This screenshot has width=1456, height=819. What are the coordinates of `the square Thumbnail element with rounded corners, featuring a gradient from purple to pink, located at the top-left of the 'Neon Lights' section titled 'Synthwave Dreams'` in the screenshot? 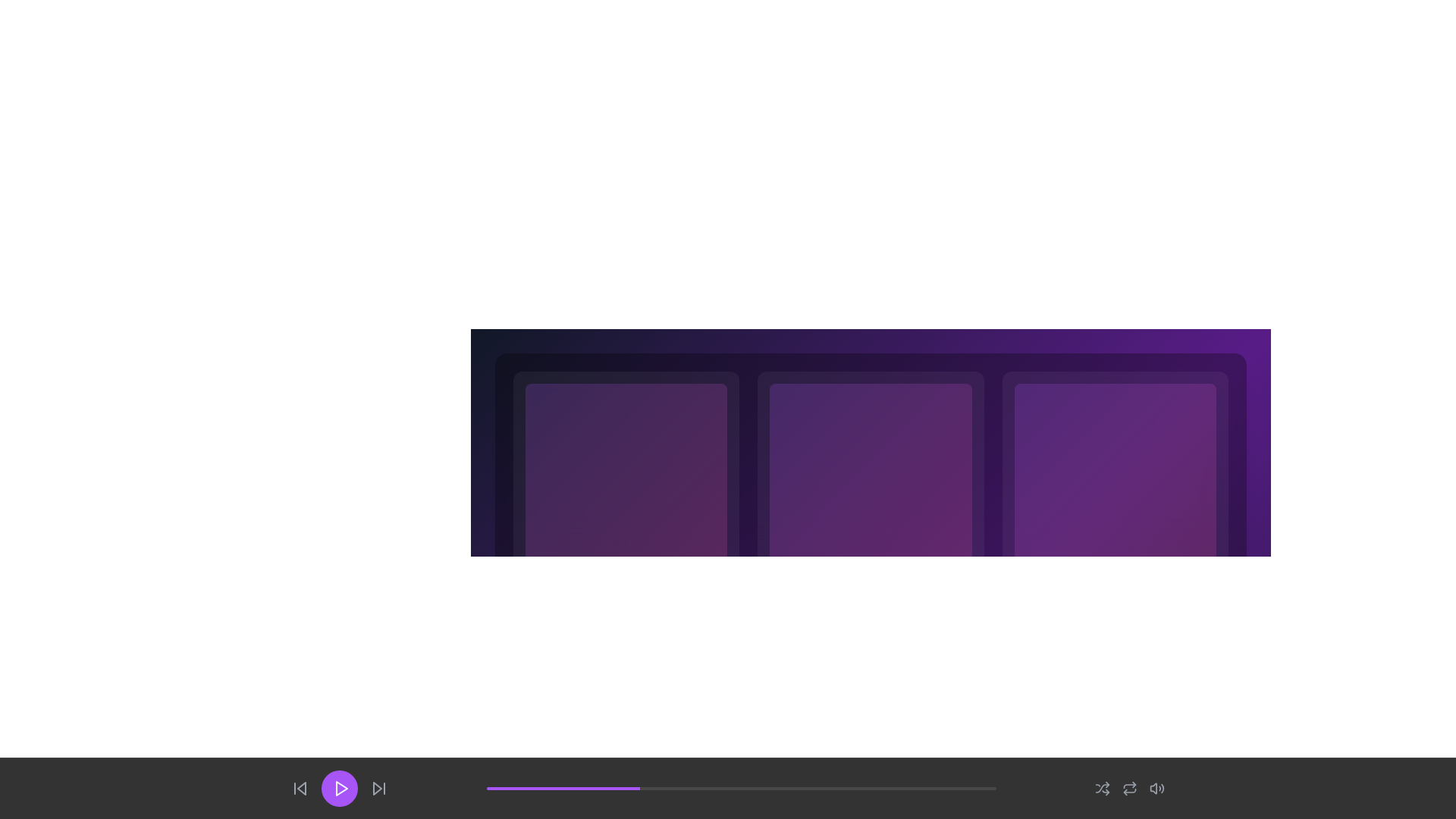 It's located at (626, 485).